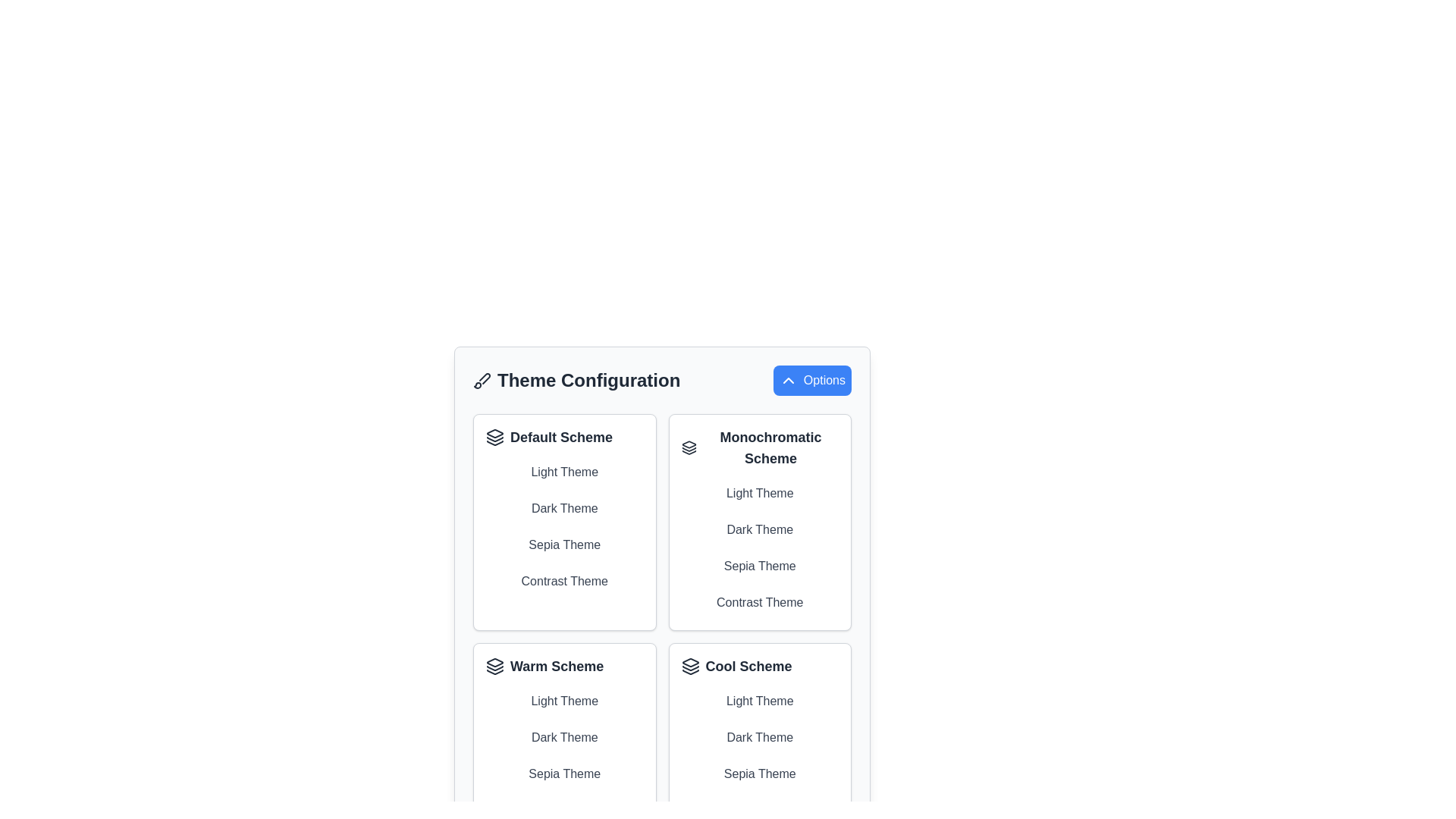 The height and width of the screenshot is (819, 1456). What do you see at coordinates (563, 526) in the screenshot?
I see `the middle vertical list item in the 'Default Scheme' section of the 'Theme Configuration' panel` at bounding box center [563, 526].